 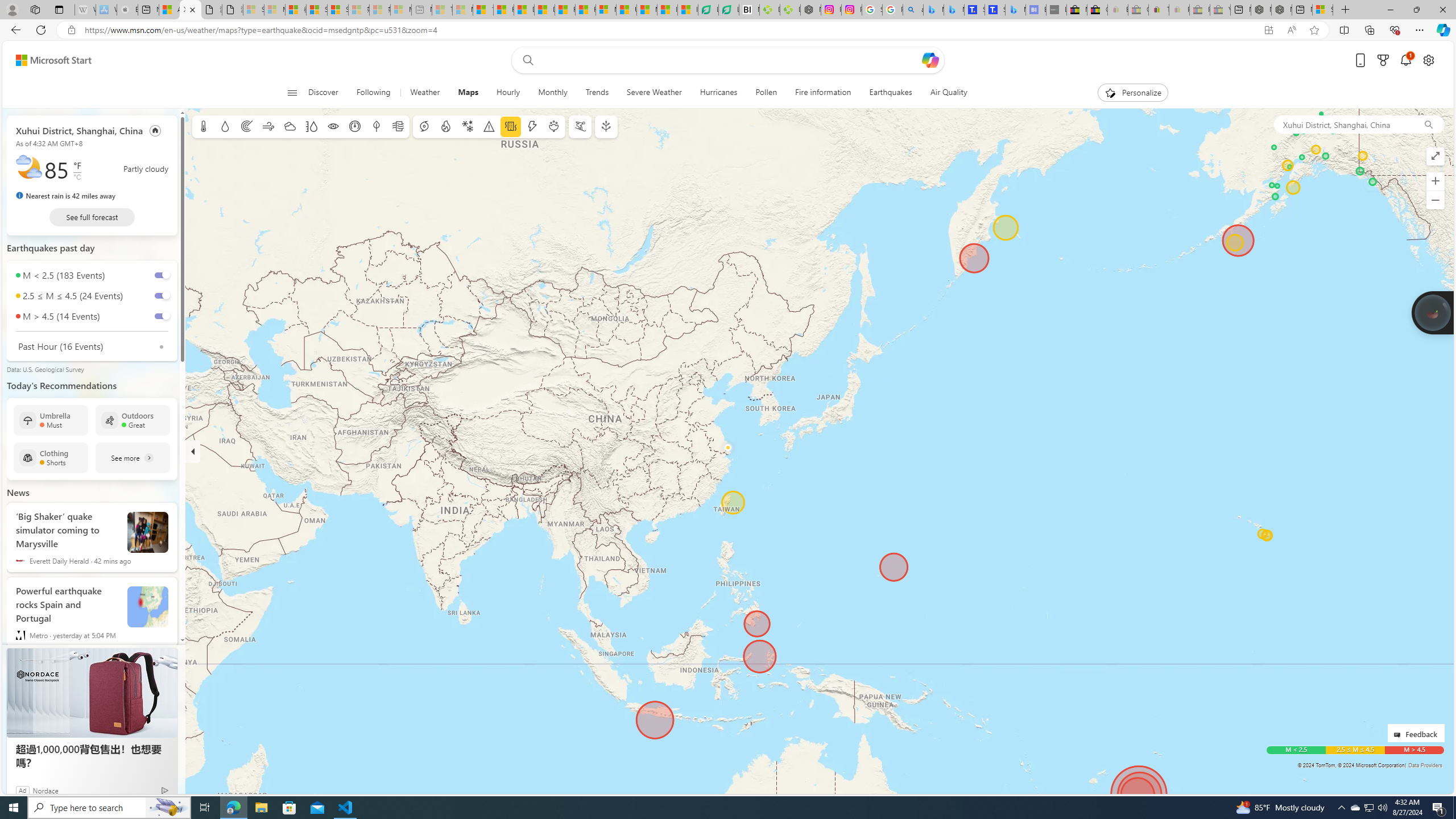 What do you see at coordinates (1435, 156) in the screenshot?
I see `'Enter full screen mode'` at bounding box center [1435, 156].